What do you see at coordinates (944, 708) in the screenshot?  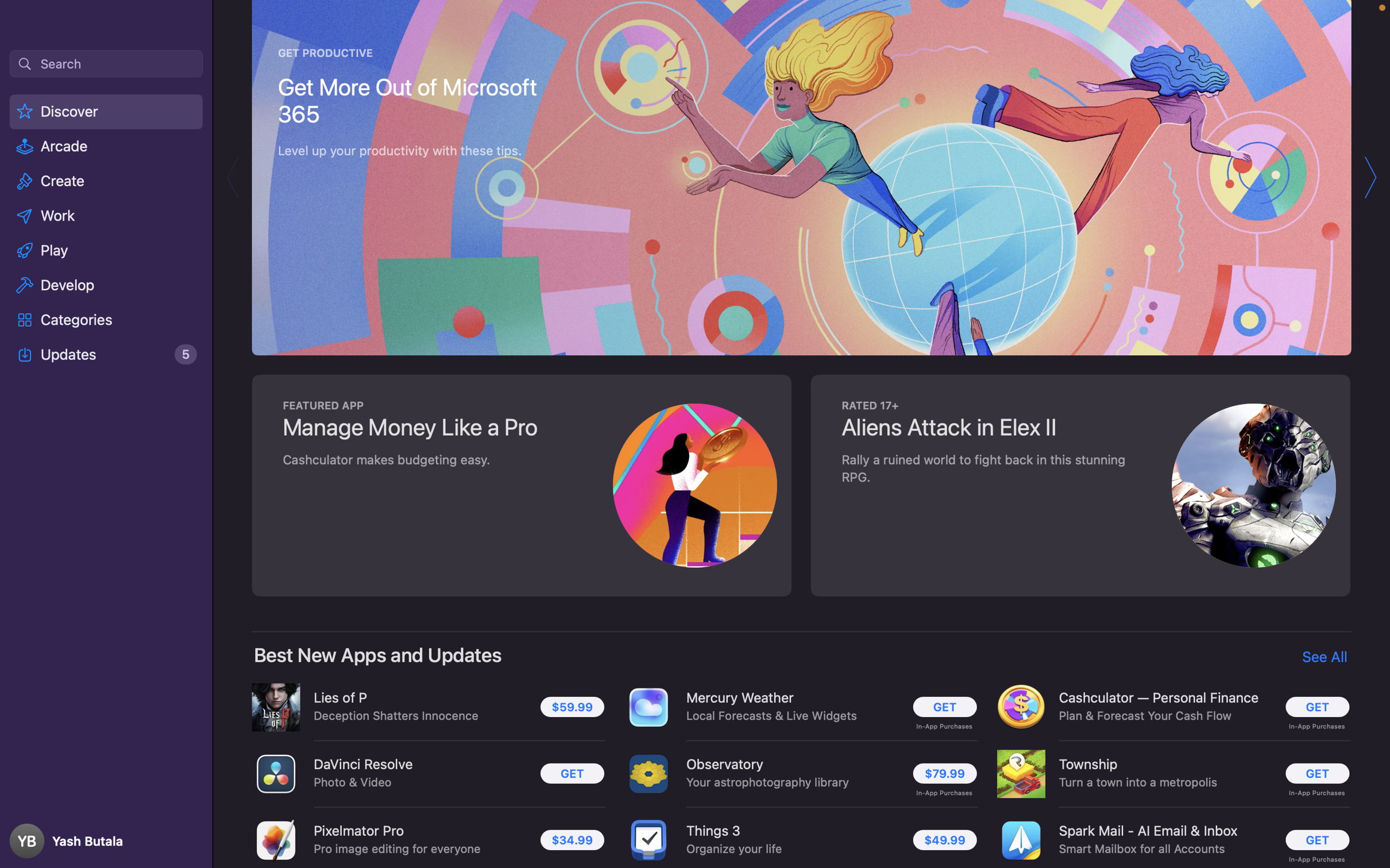 I see `Install the Mercury Weather application` at bounding box center [944, 708].